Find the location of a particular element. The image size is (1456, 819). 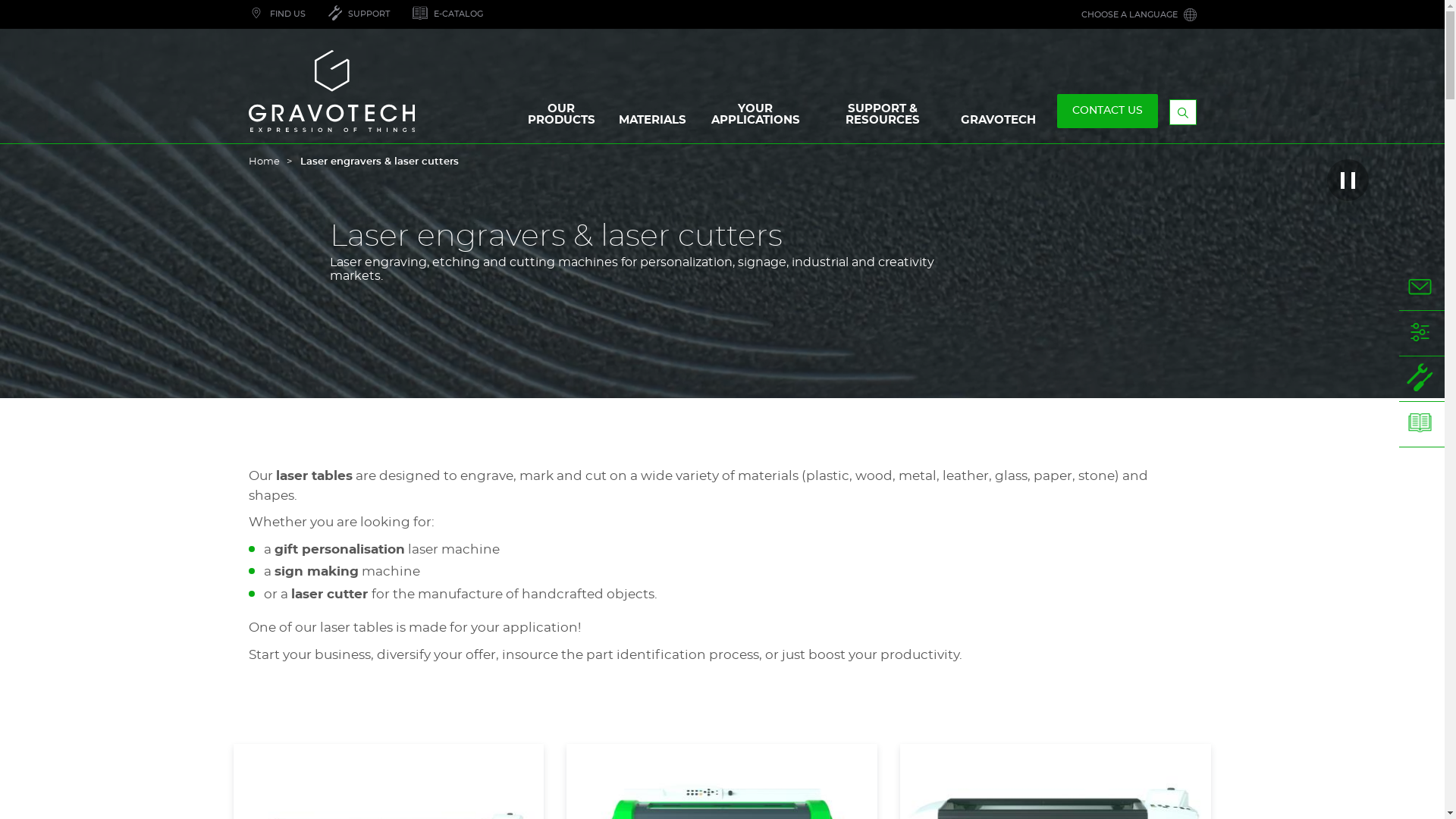

'CHOOSE A LANGUAGE' is located at coordinates (1138, 14).